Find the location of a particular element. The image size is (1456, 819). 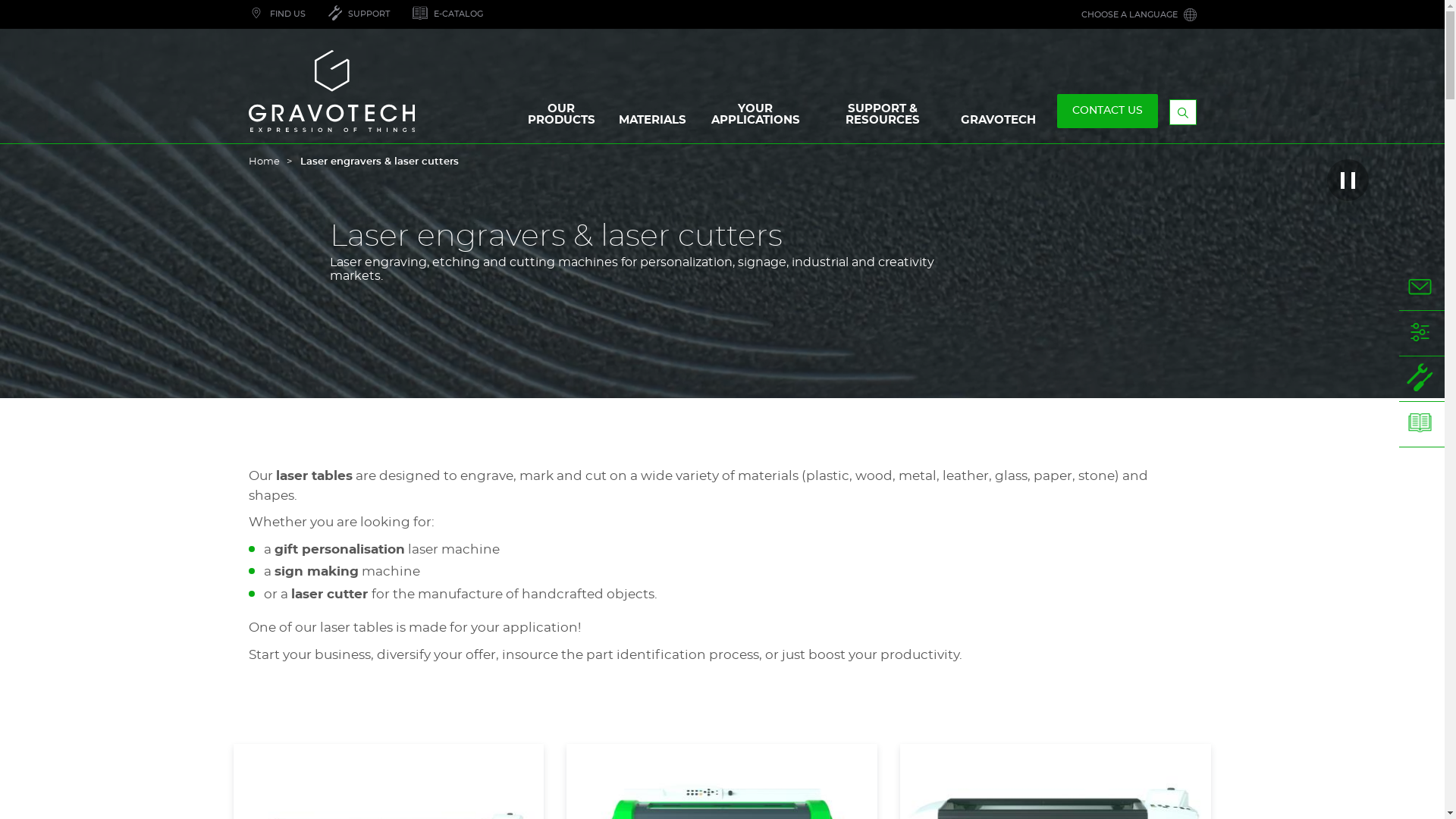

'CHOOSE A LANGUAGE' is located at coordinates (1138, 14).